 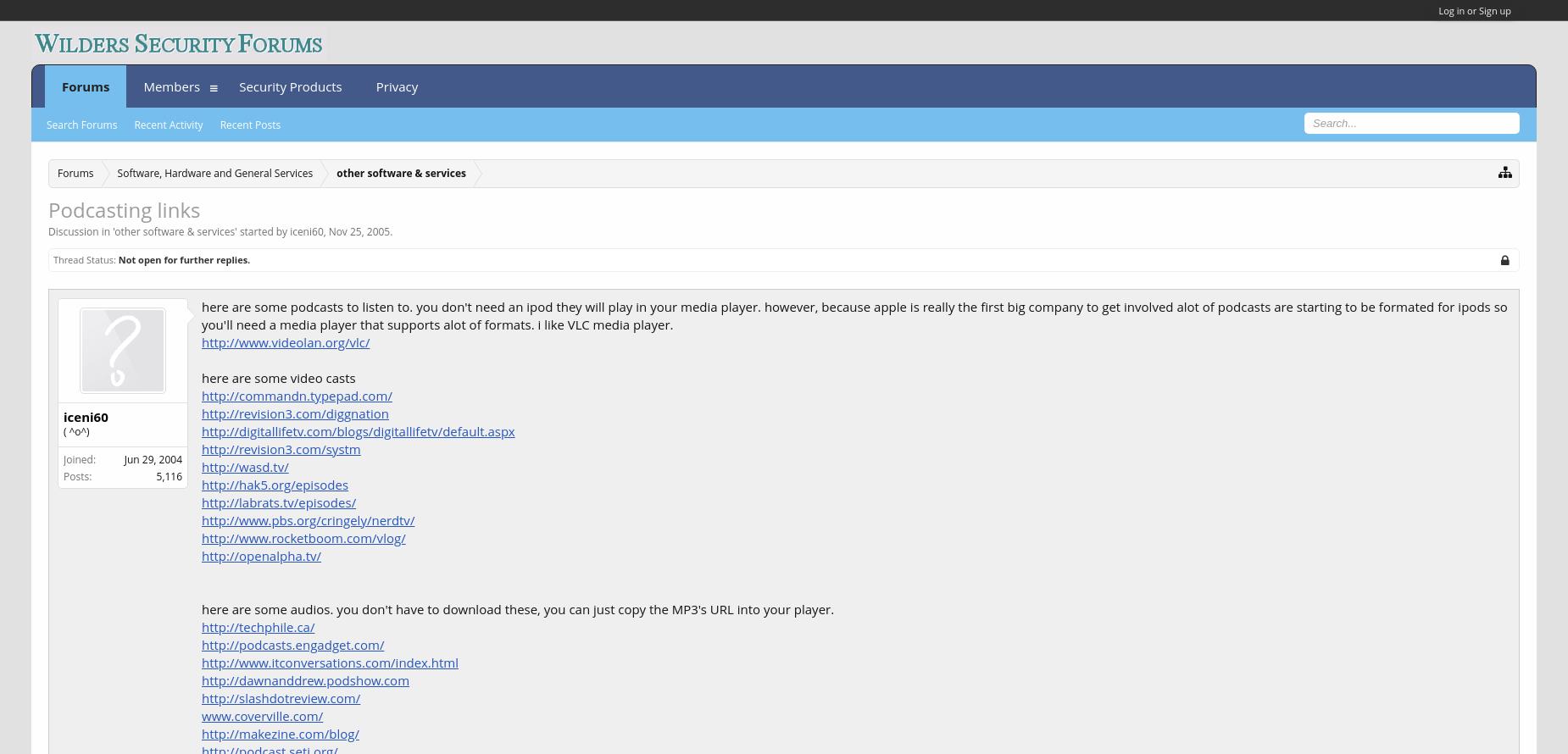 What do you see at coordinates (152, 457) in the screenshot?
I see `'Jun 29, 2004'` at bounding box center [152, 457].